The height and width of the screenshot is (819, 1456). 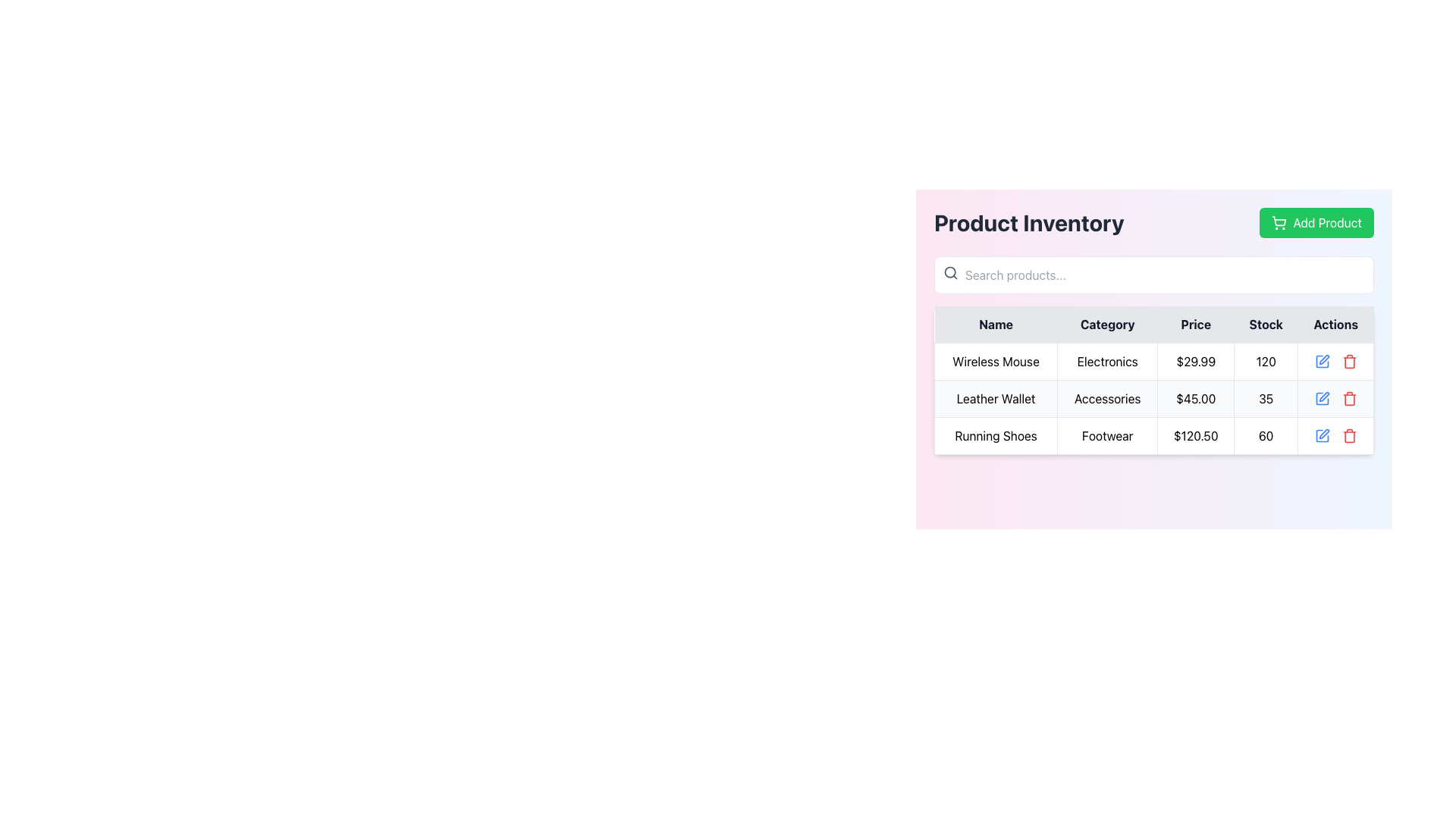 I want to click on the text label displaying 'Footwear' in the 'Category' column of the 'Running Shoes' row in the product inventory table, so click(x=1107, y=435).